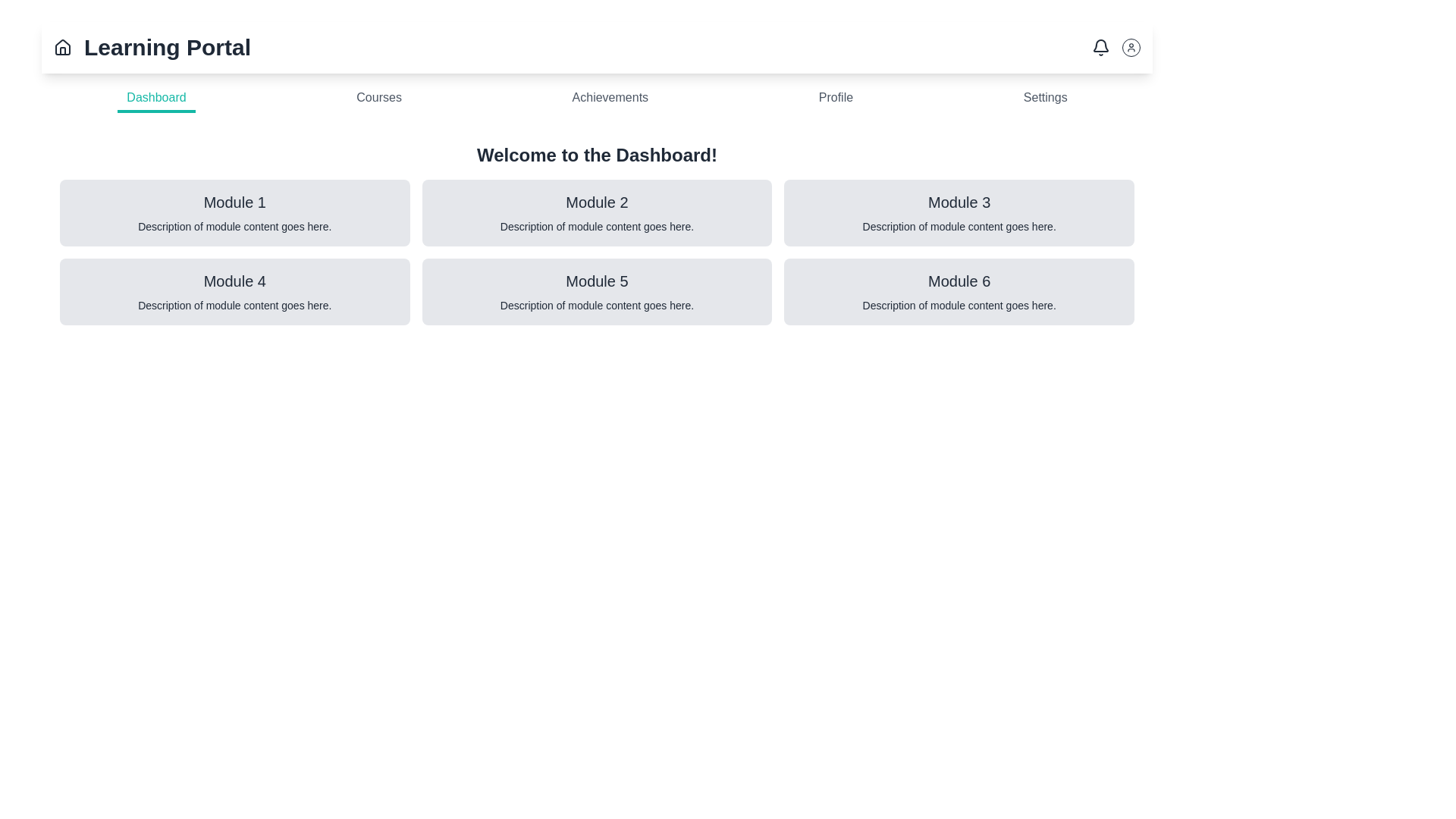 The image size is (1456, 819). What do you see at coordinates (596, 281) in the screenshot?
I see `the text label displaying 'Module 5', which is styled with extra-large dark font against a light background, located at the center-right of the bottom row in the grid layout on the 'Dashboard' page` at bounding box center [596, 281].